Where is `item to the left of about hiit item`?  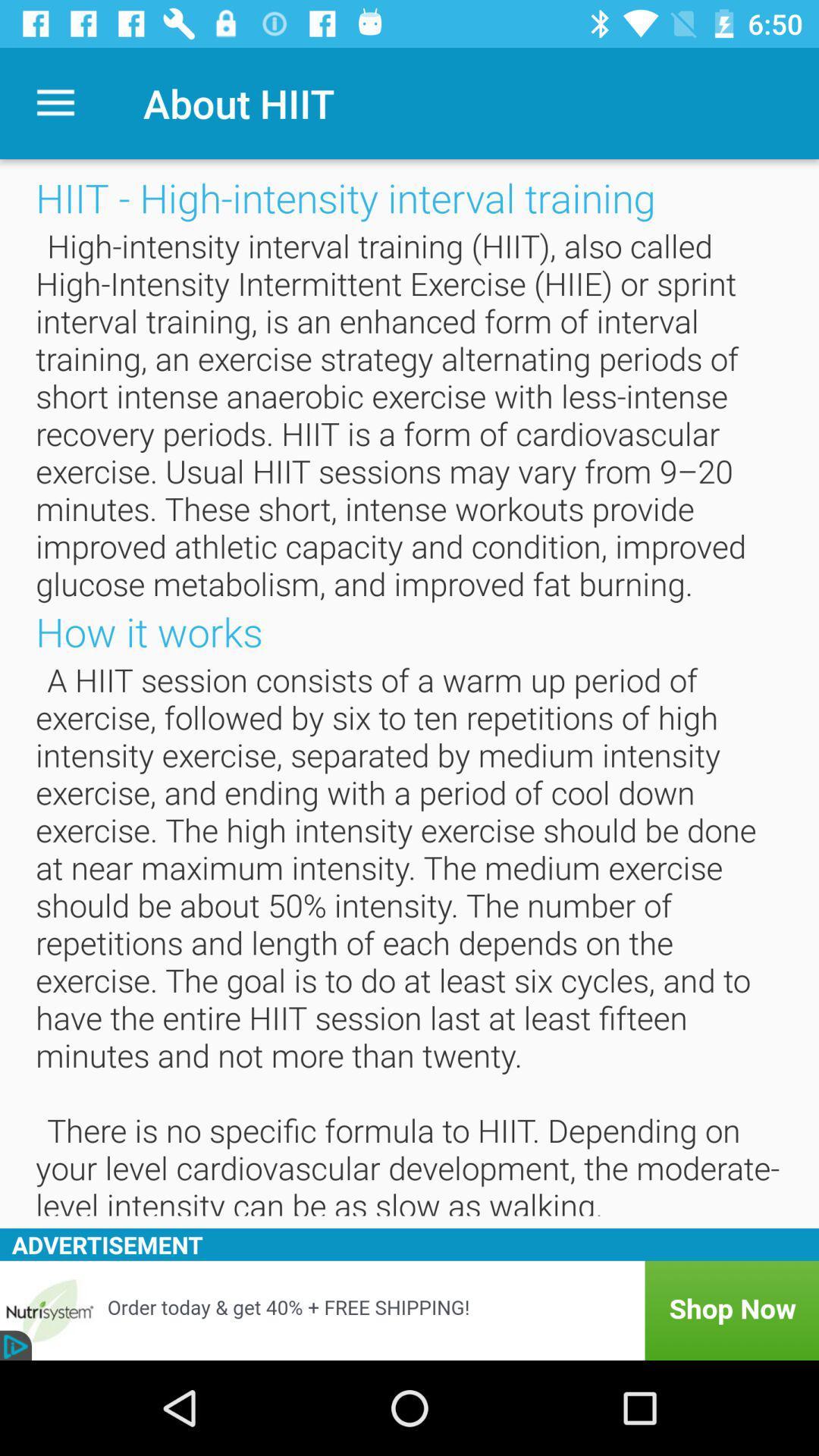 item to the left of about hiit item is located at coordinates (55, 102).